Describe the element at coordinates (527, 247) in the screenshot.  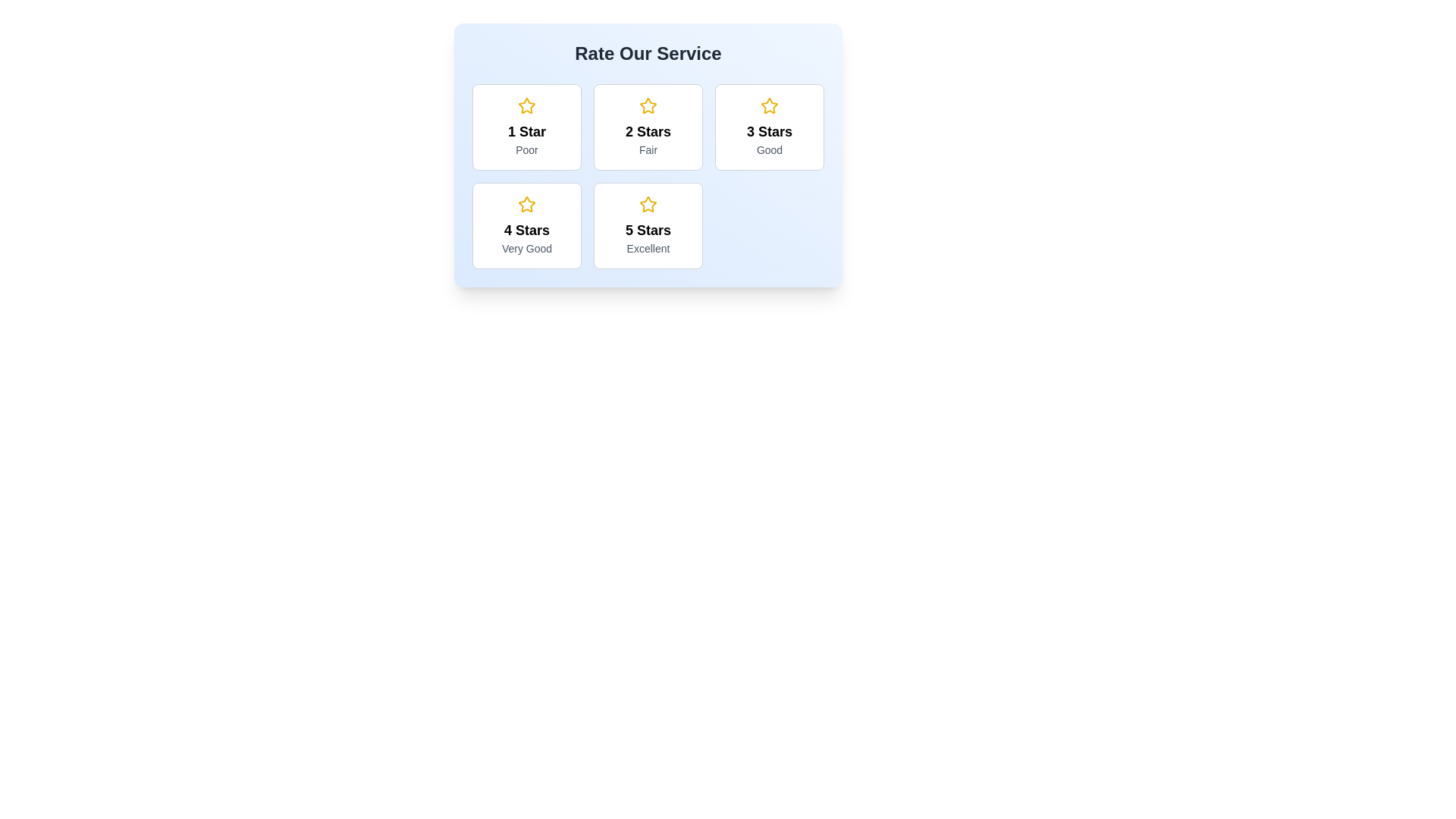
I see `the 'Very Good' text label located directly below the '4 Stars' text` at that location.